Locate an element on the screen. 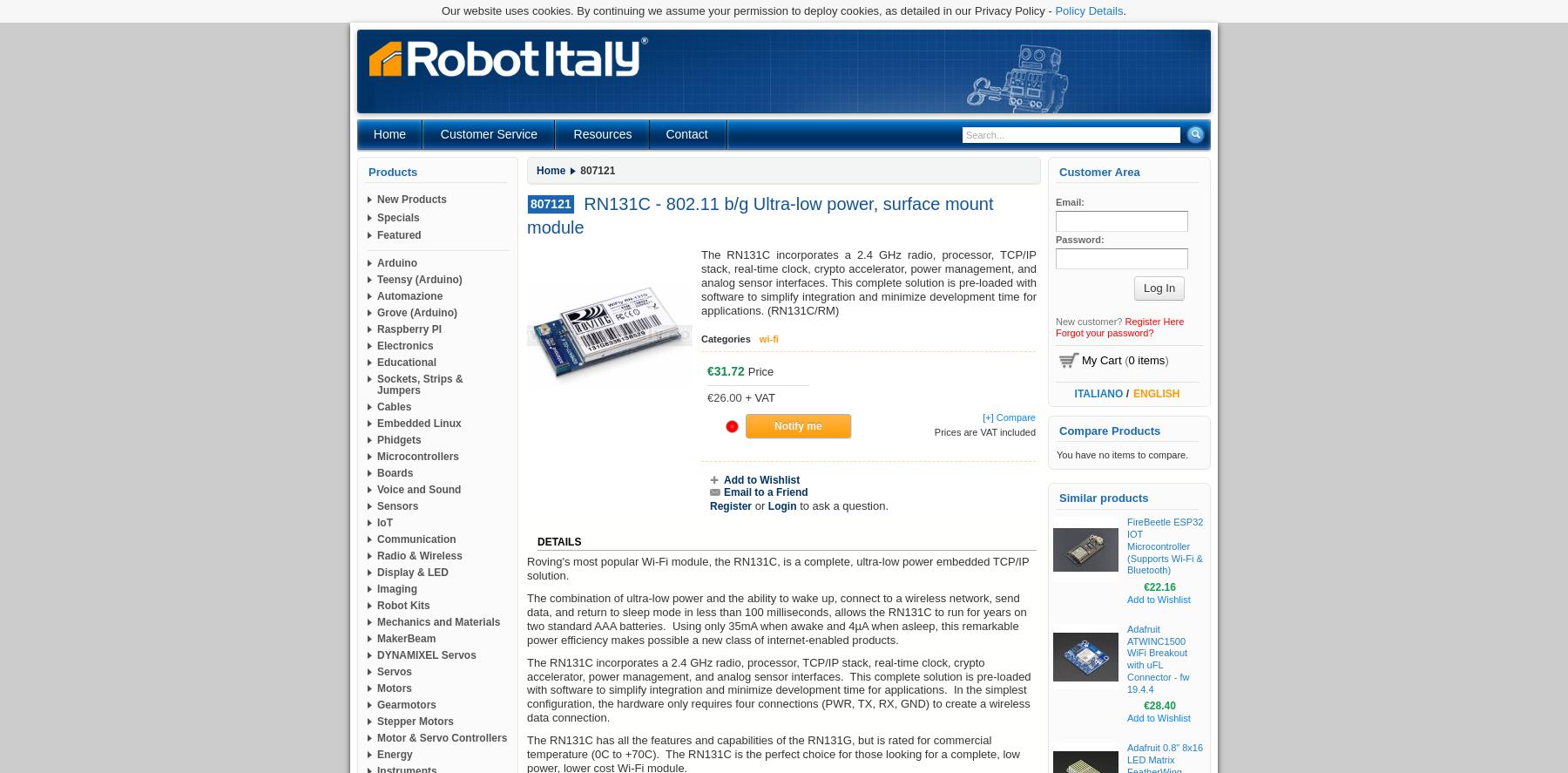 The width and height of the screenshot is (1568, 773). 'Energy' is located at coordinates (394, 753).